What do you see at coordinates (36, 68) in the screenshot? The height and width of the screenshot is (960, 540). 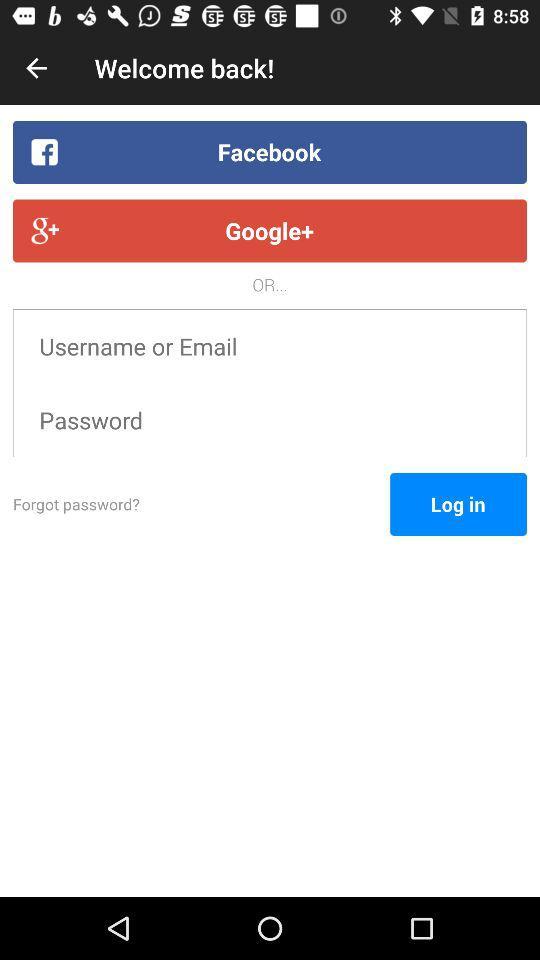 I see `icon above the facebook item` at bounding box center [36, 68].